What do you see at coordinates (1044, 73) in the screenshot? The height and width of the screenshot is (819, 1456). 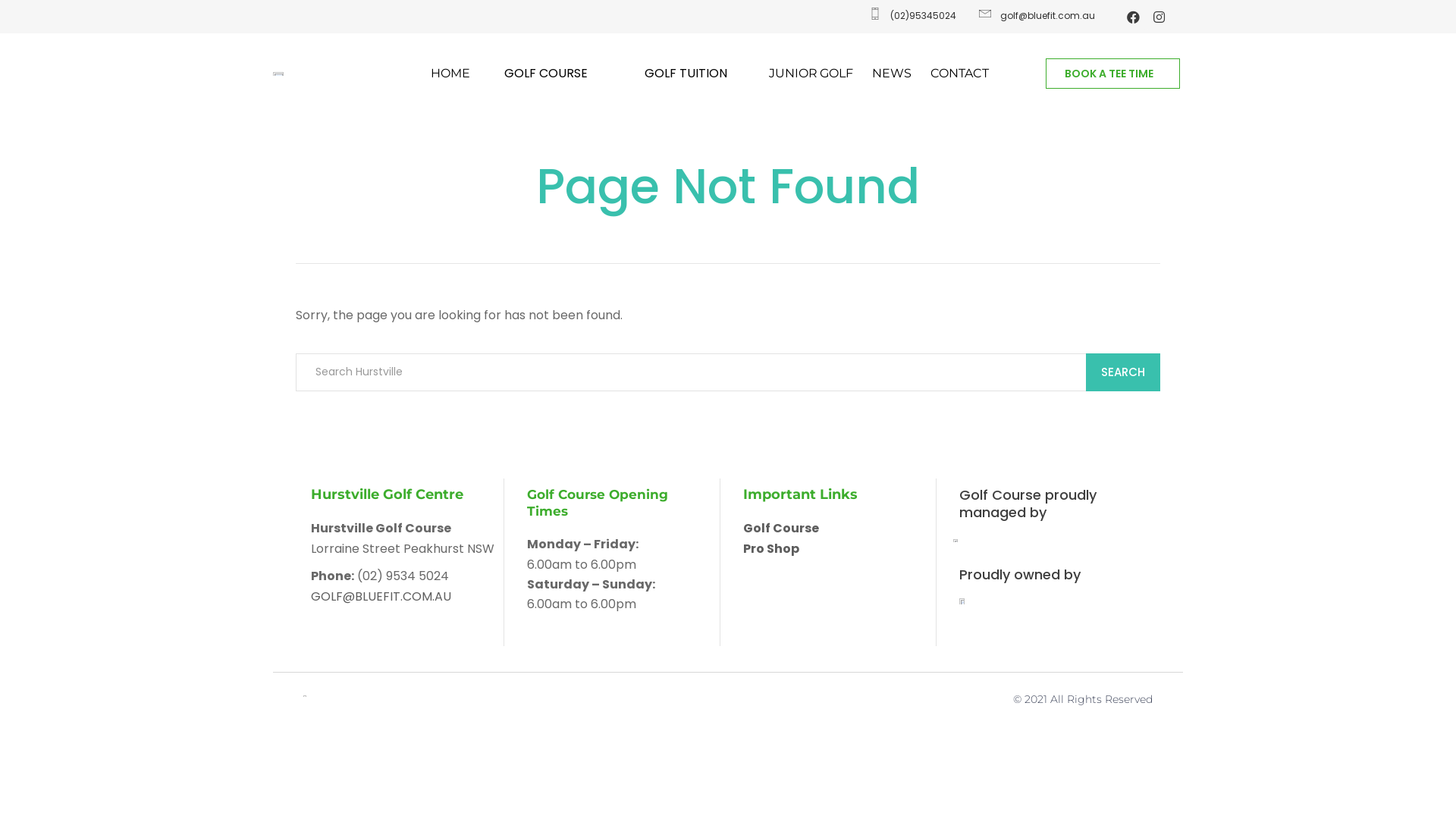 I see `'BOOK A TEE TIME'` at bounding box center [1044, 73].